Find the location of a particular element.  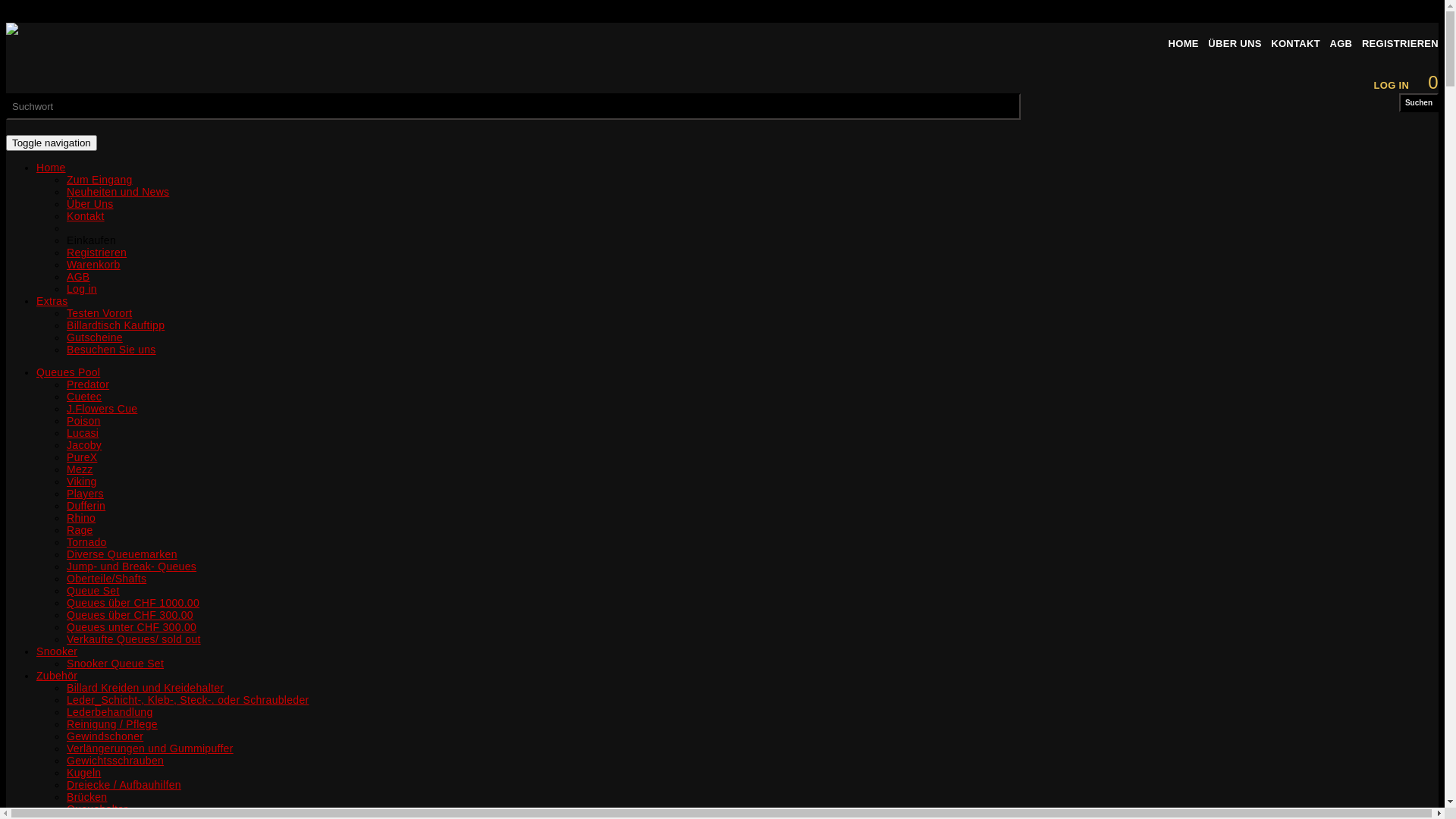

'Queuehalter' is located at coordinates (96, 808).